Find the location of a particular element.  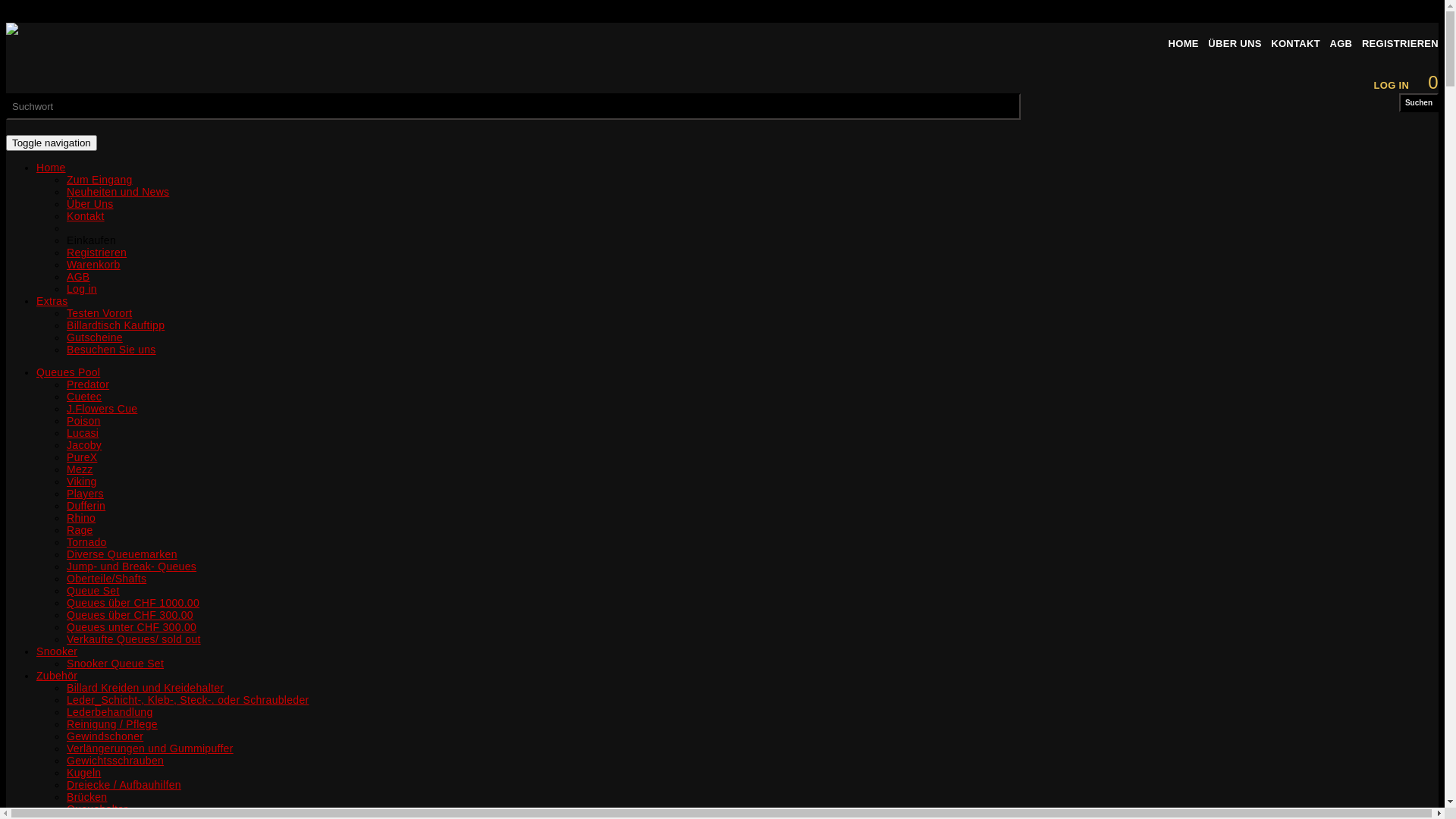

'Queuehalter' is located at coordinates (96, 808).